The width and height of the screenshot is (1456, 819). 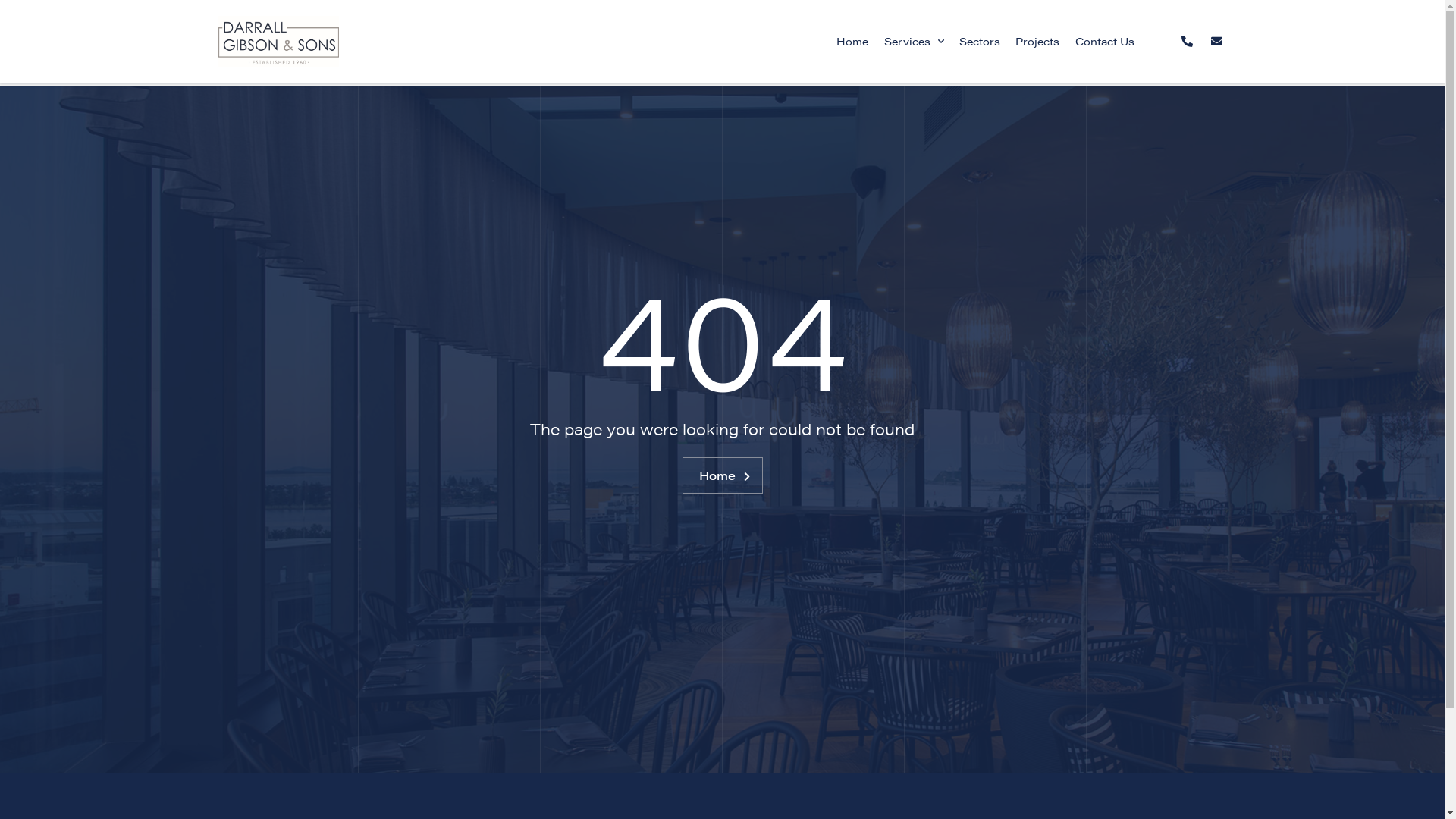 What do you see at coordinates (1105, 40) in the screenshot?
I see `'Contact Us'` at bounding box center [1105, 40].